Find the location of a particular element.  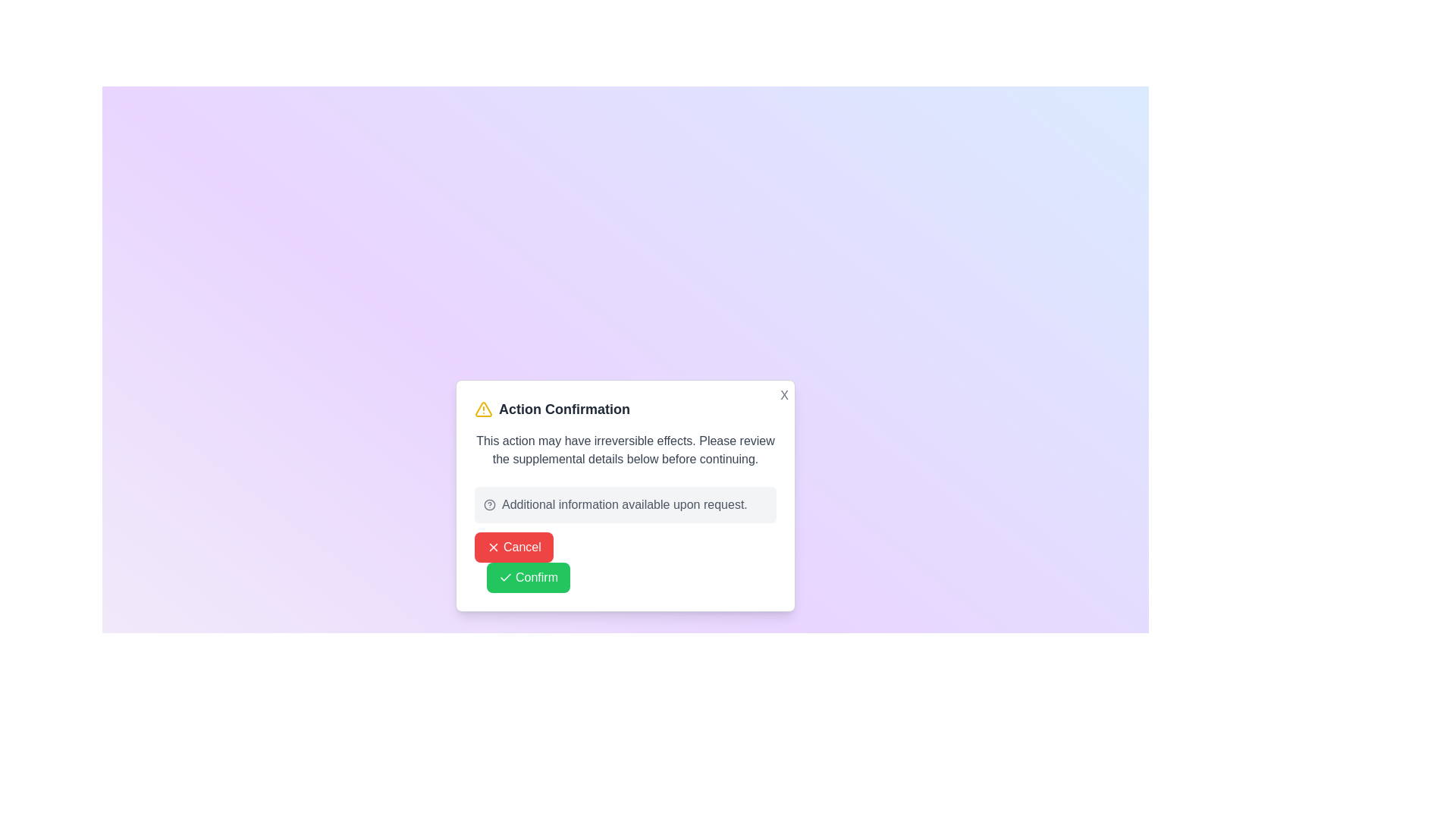

the small red icon resembling a cross ('X') within the 'Cancel' button in the confirmation dialog box is located at coordinates (494, 547).